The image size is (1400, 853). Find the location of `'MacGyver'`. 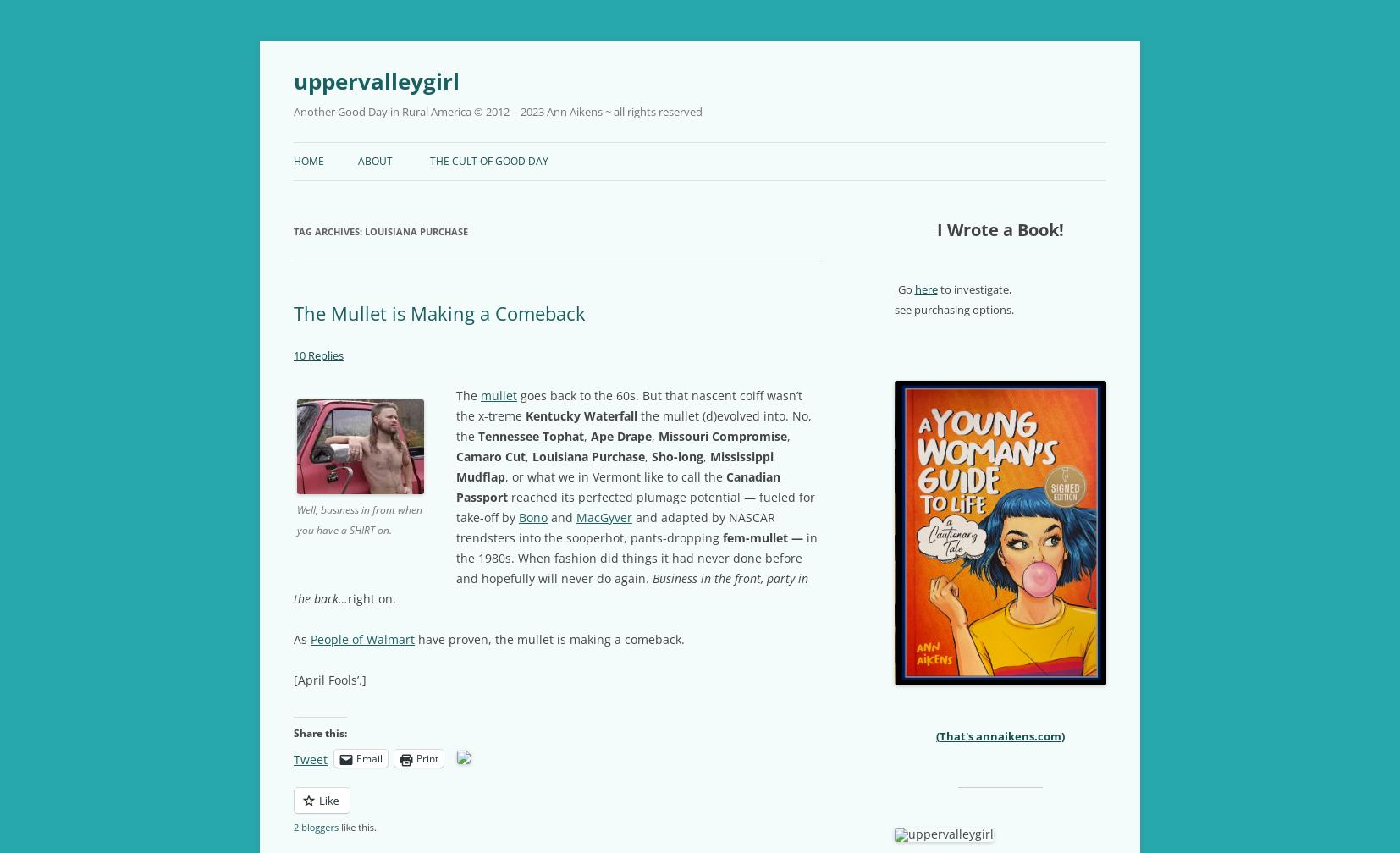

'MacGyver' is located at coordinates (604, 516).